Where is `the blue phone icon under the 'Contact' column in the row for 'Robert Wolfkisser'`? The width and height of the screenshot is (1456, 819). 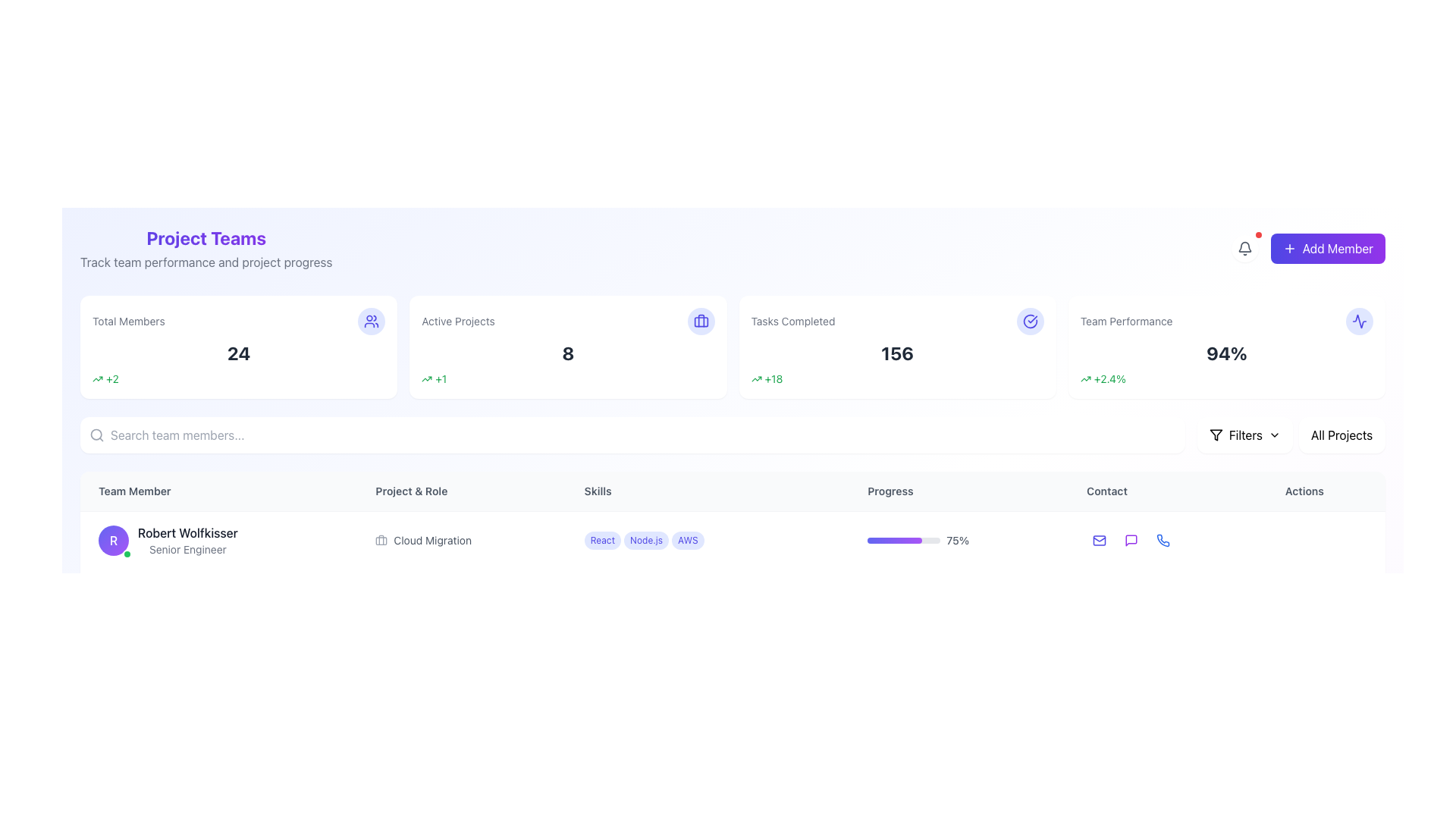
the blue phone icon under the 'Contact' column in the row for 'Robert Wolfkisser' is located at coordinates (1163, 540).